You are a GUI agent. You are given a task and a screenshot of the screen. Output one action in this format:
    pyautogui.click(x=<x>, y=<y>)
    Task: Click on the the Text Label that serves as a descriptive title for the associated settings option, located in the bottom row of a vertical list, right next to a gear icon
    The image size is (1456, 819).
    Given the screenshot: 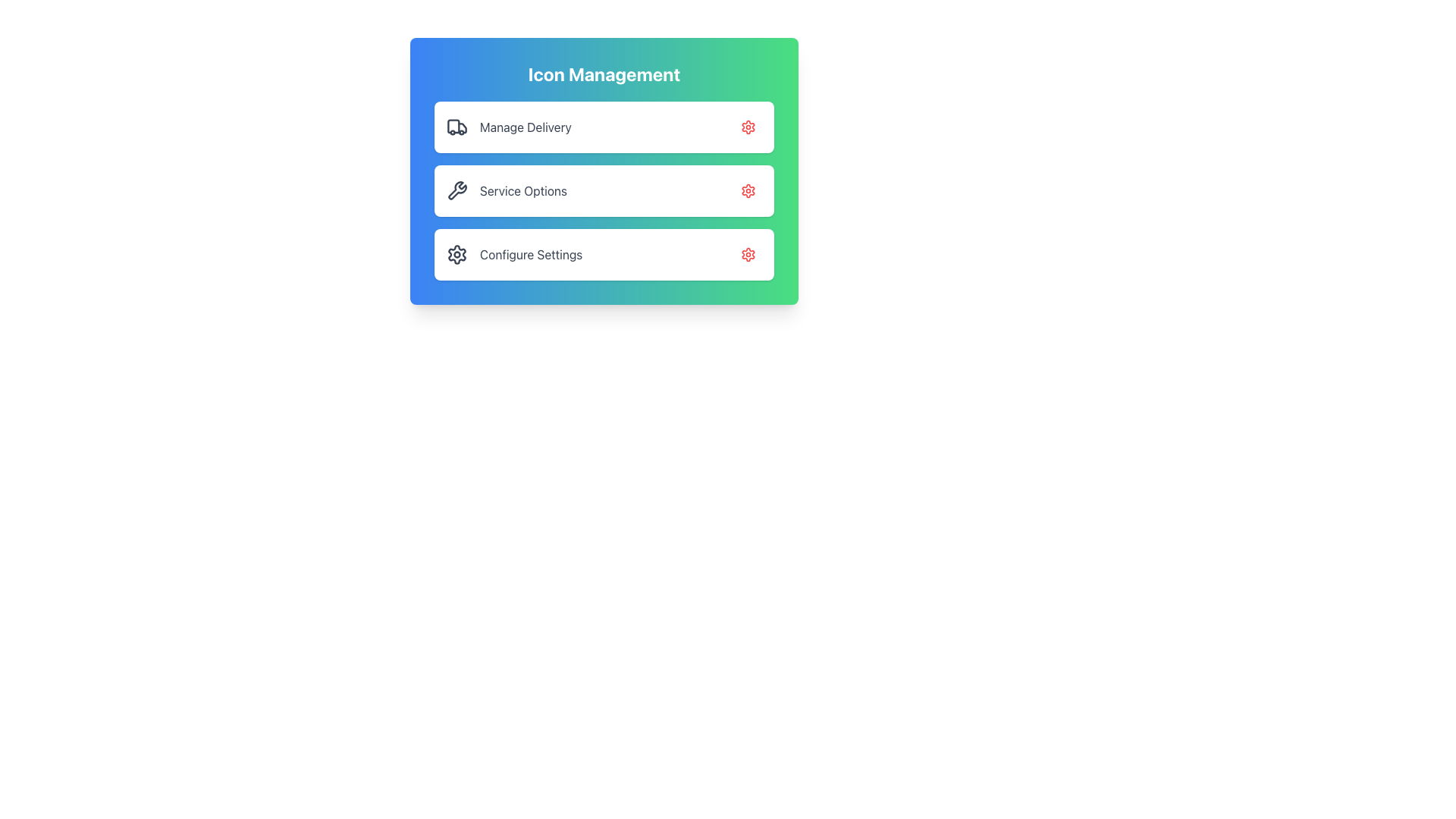 What is the action you would take?
    pyautogui.click(x=531, y=253)
    